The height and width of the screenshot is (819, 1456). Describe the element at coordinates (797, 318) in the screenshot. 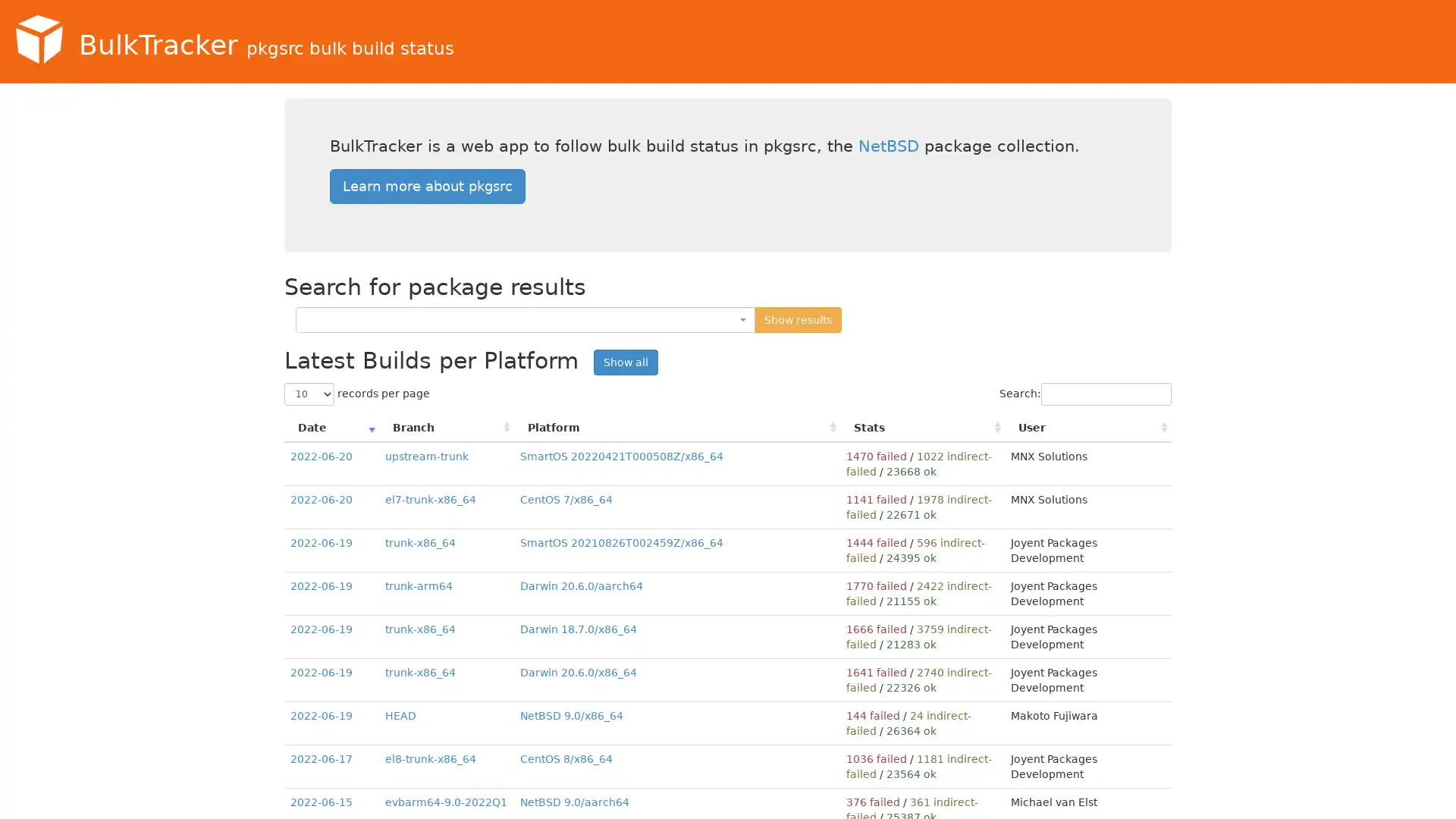

I see `Show results` at that location.